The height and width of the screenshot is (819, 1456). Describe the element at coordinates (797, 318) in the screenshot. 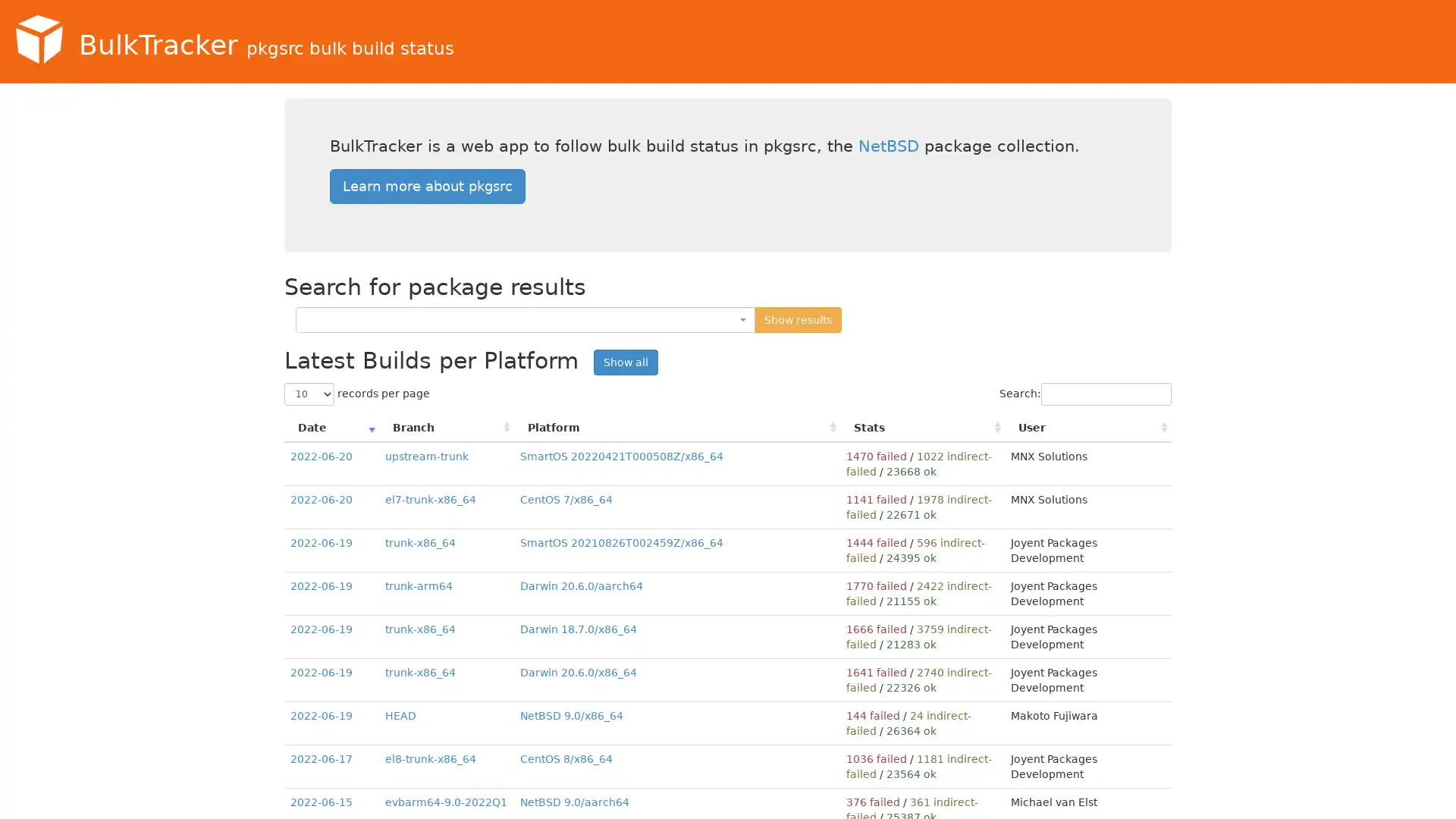

I see `Show results` at that location.